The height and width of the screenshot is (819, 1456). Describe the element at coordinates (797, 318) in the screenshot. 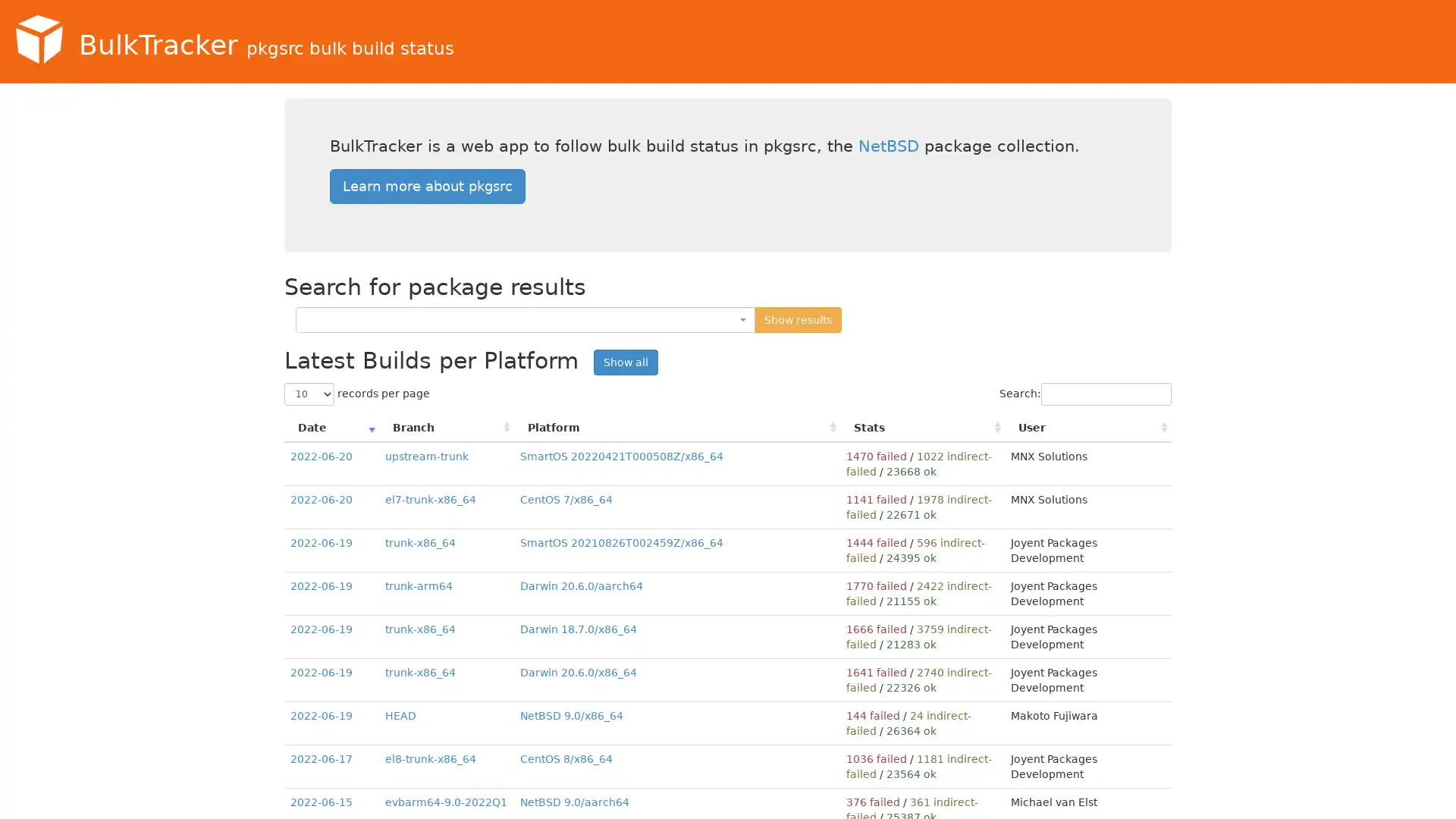

I see `Show results` at that location.